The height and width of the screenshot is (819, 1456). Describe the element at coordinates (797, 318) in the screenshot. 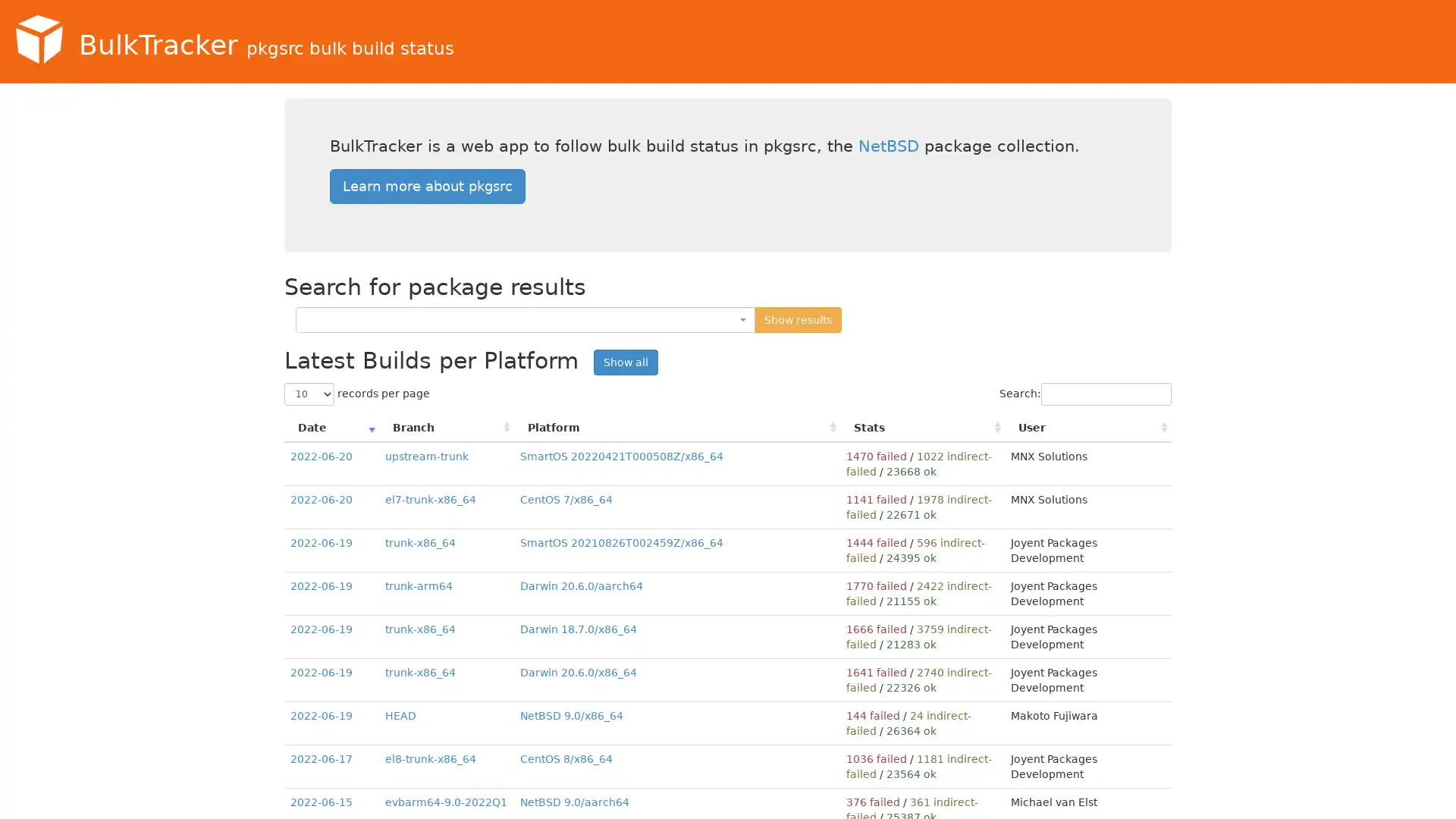

I see `Show results` at that location.